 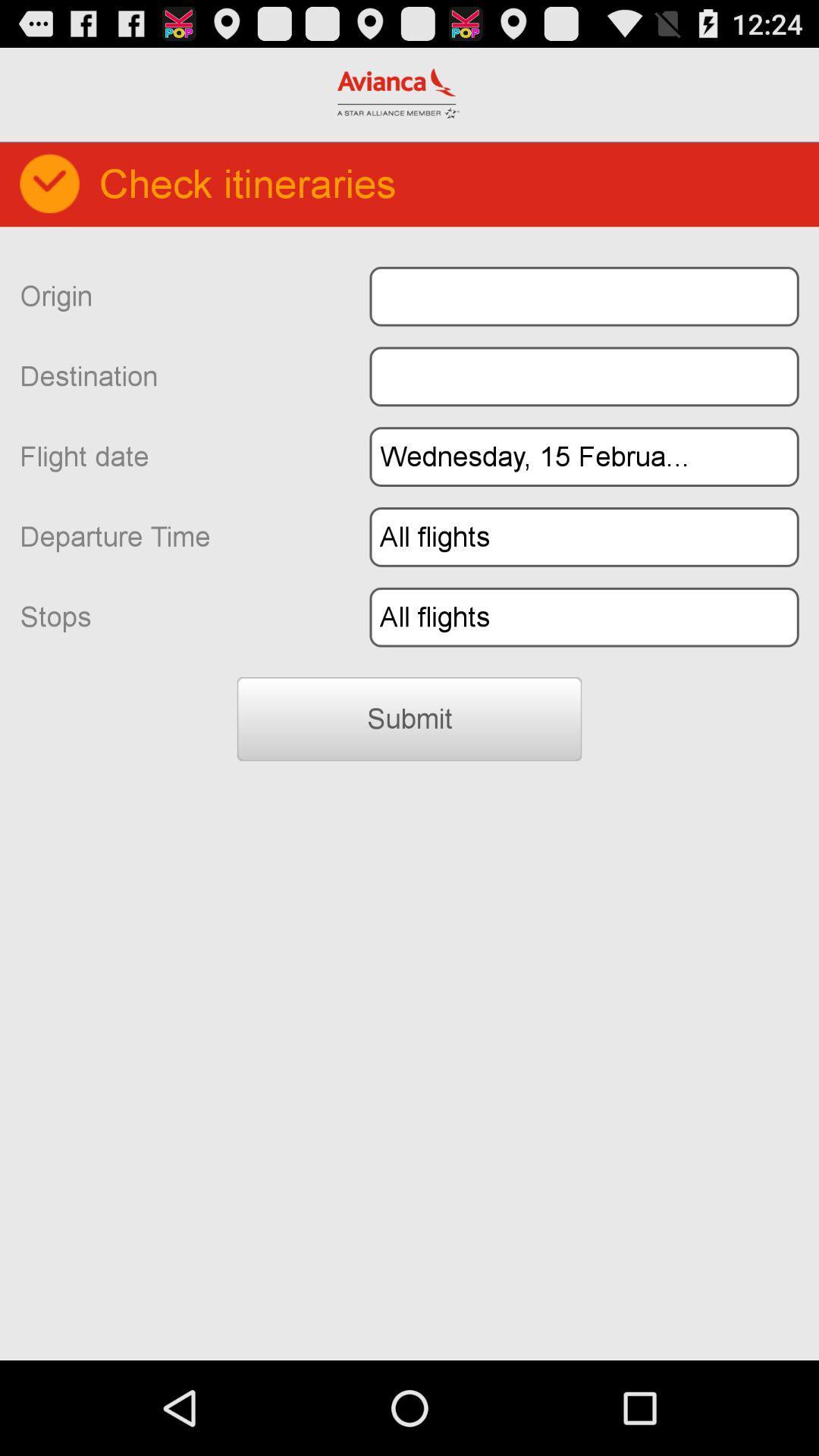 What do you see at coordinates (583, 456) in the screenshot?
I see `wednesday, 15 februa...` at bounding box center [583, 456].